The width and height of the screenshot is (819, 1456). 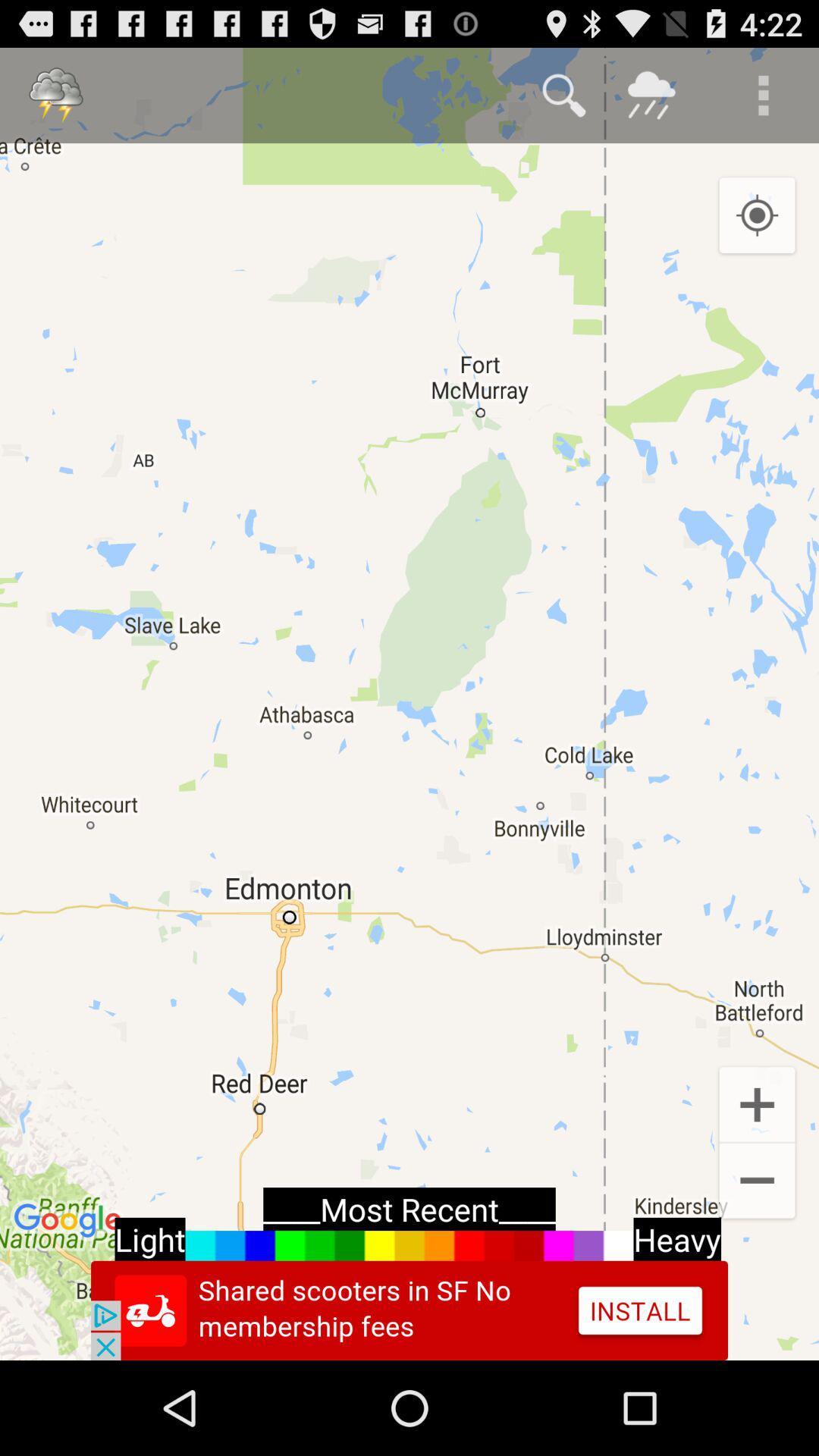 I want to click on advertisement, so click(x=409, y=1310).